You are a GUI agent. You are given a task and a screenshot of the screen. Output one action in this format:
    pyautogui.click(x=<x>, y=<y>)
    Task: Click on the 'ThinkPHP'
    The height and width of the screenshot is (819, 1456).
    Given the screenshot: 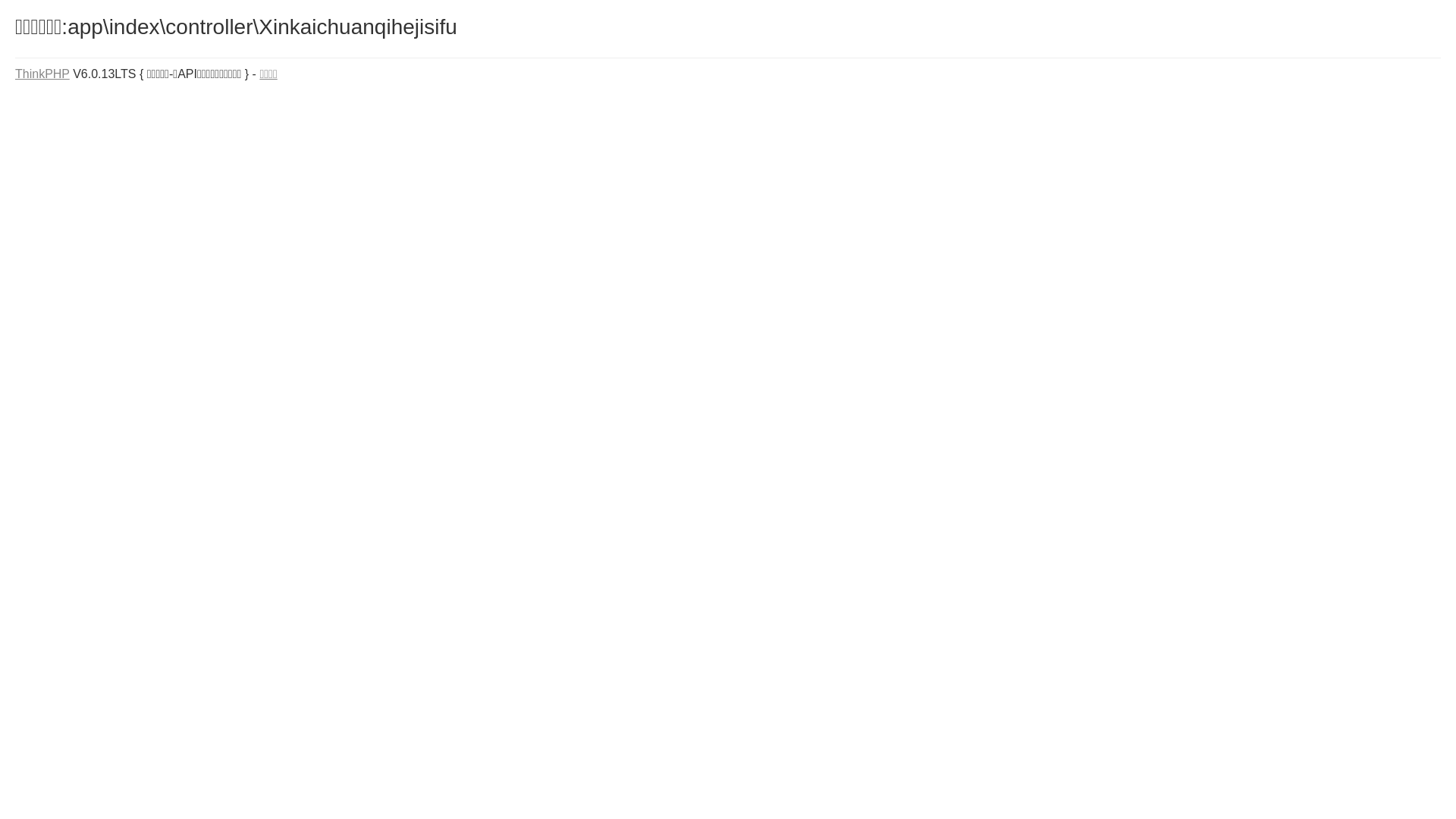 What is the action you would take?
    pyautogui.click(x=42, y=74)
    